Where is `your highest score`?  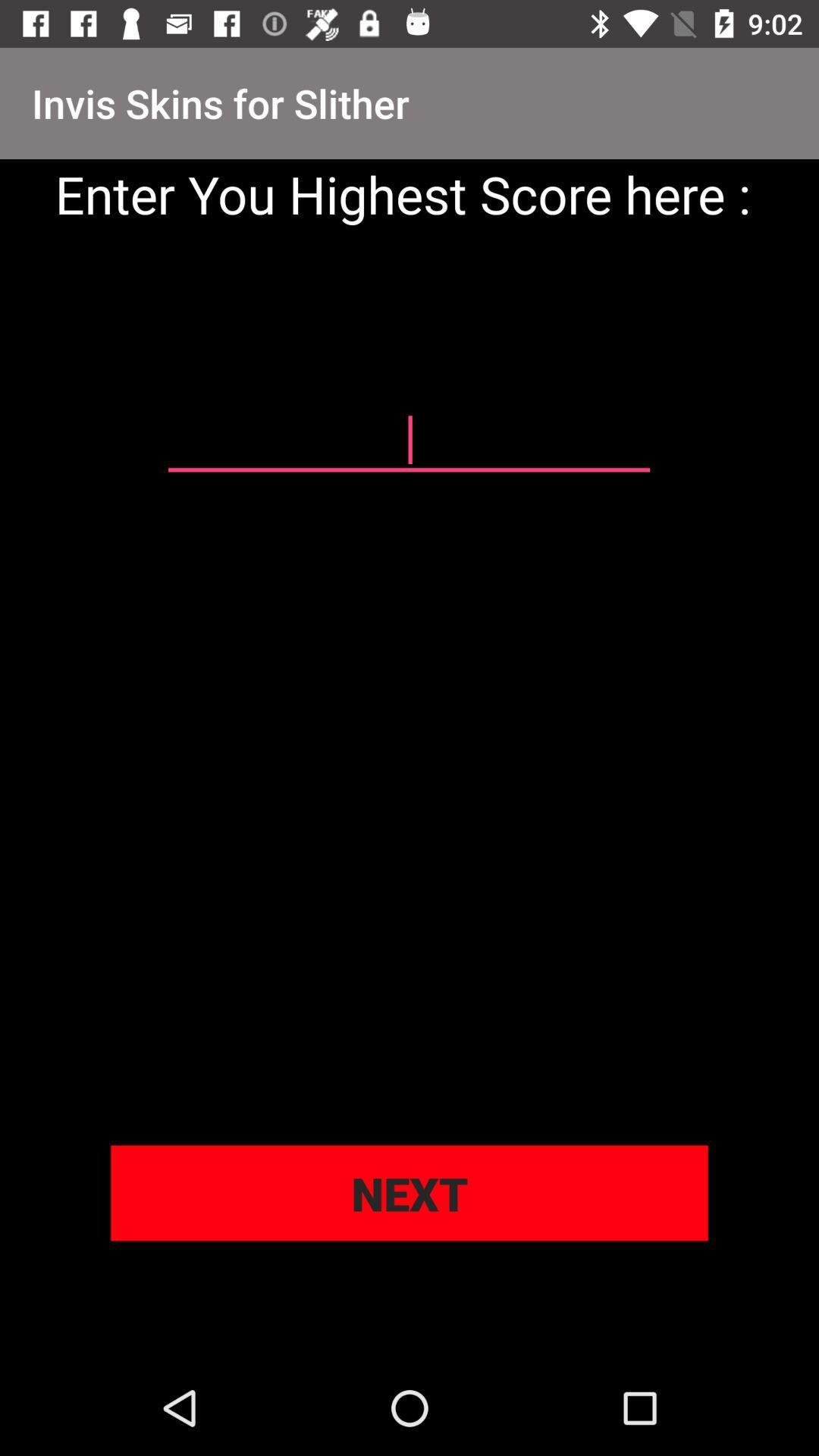 your highest score is located at coordinates (408, 440).